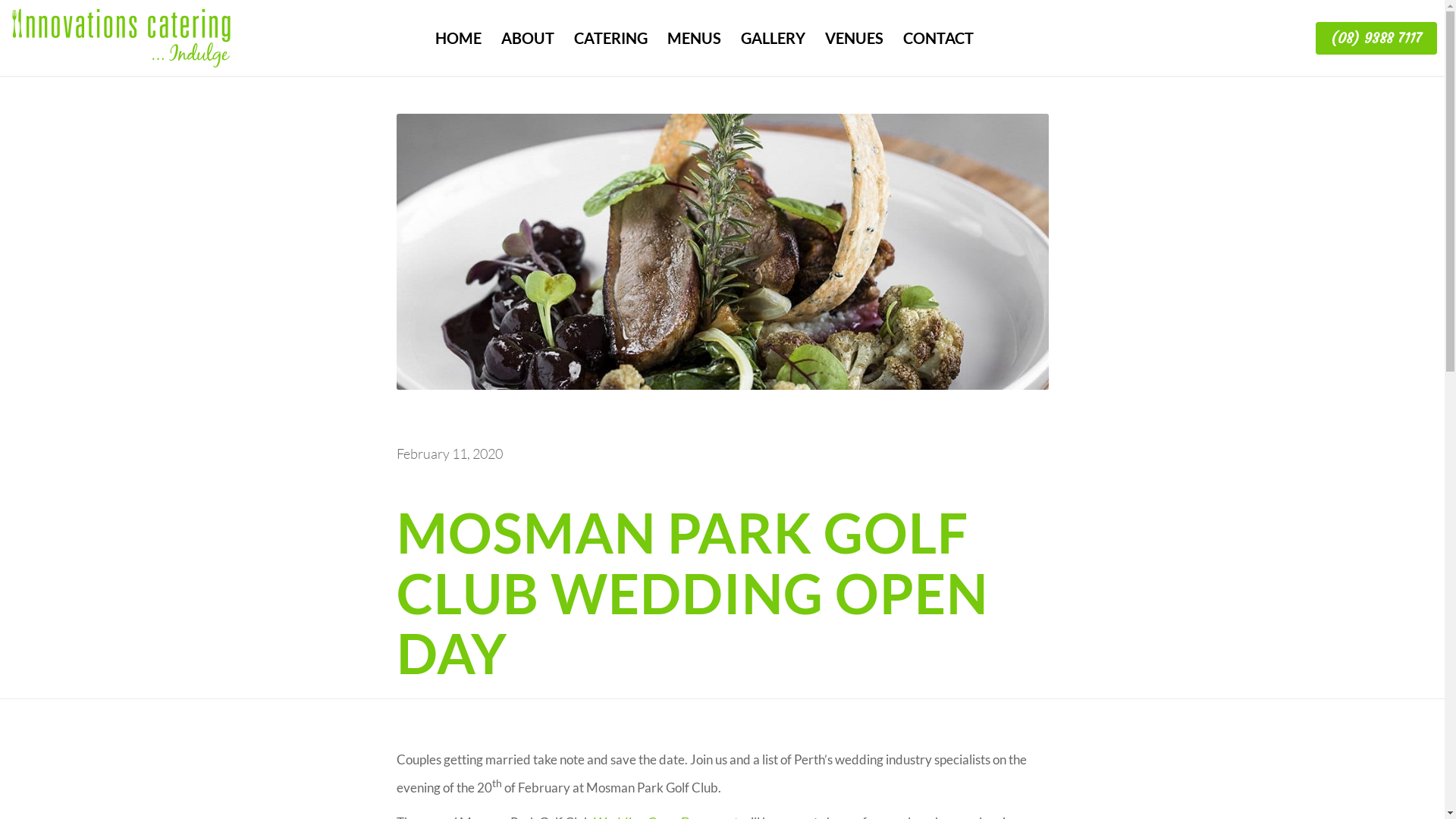  Describe the element at coordinates (773, 45) in the screenshot. I see `'GALLERY'` at that location.